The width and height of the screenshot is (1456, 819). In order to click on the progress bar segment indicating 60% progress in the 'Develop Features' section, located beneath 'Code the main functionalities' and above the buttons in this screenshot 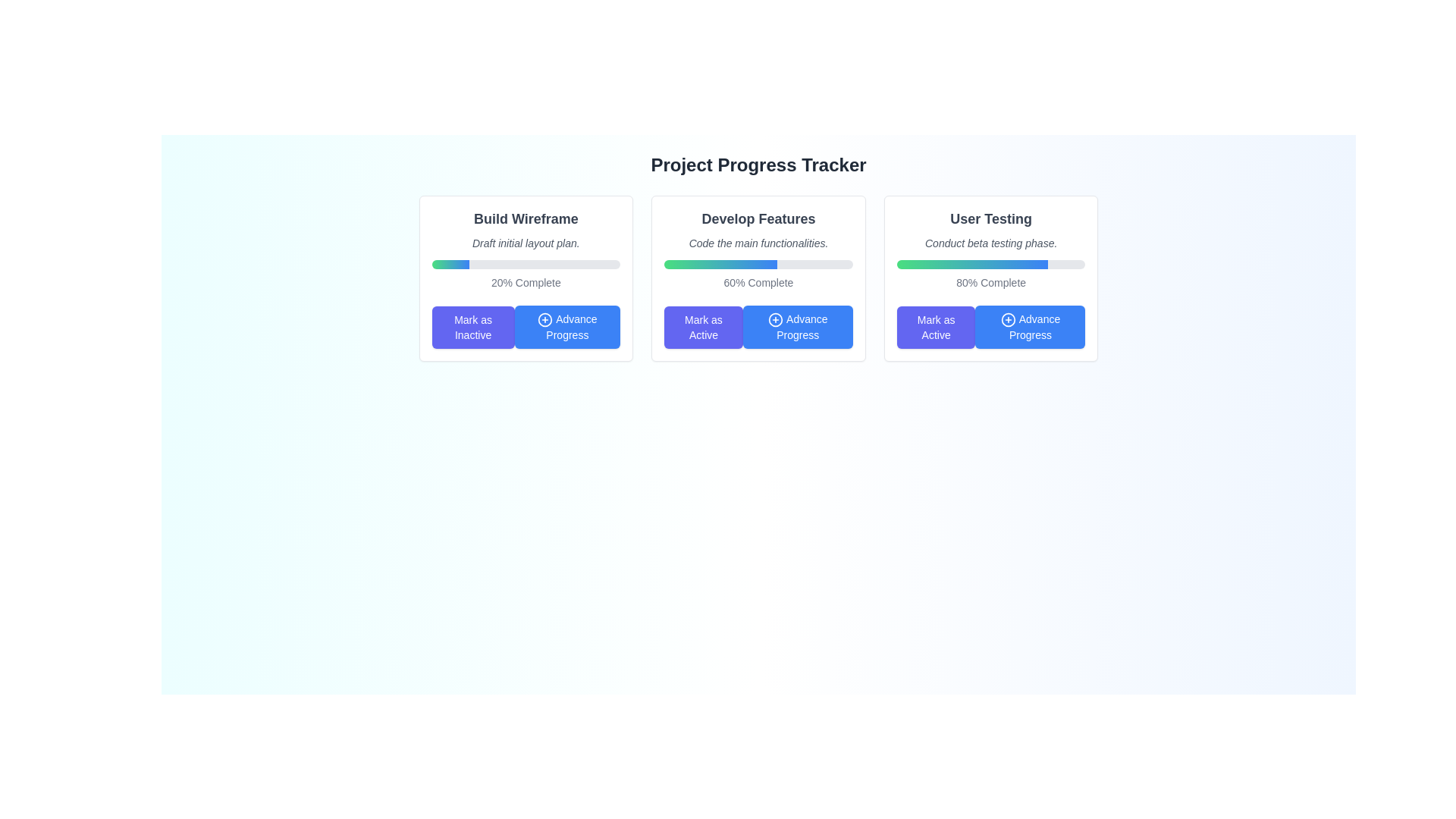, I will do `click(720, 263)`.